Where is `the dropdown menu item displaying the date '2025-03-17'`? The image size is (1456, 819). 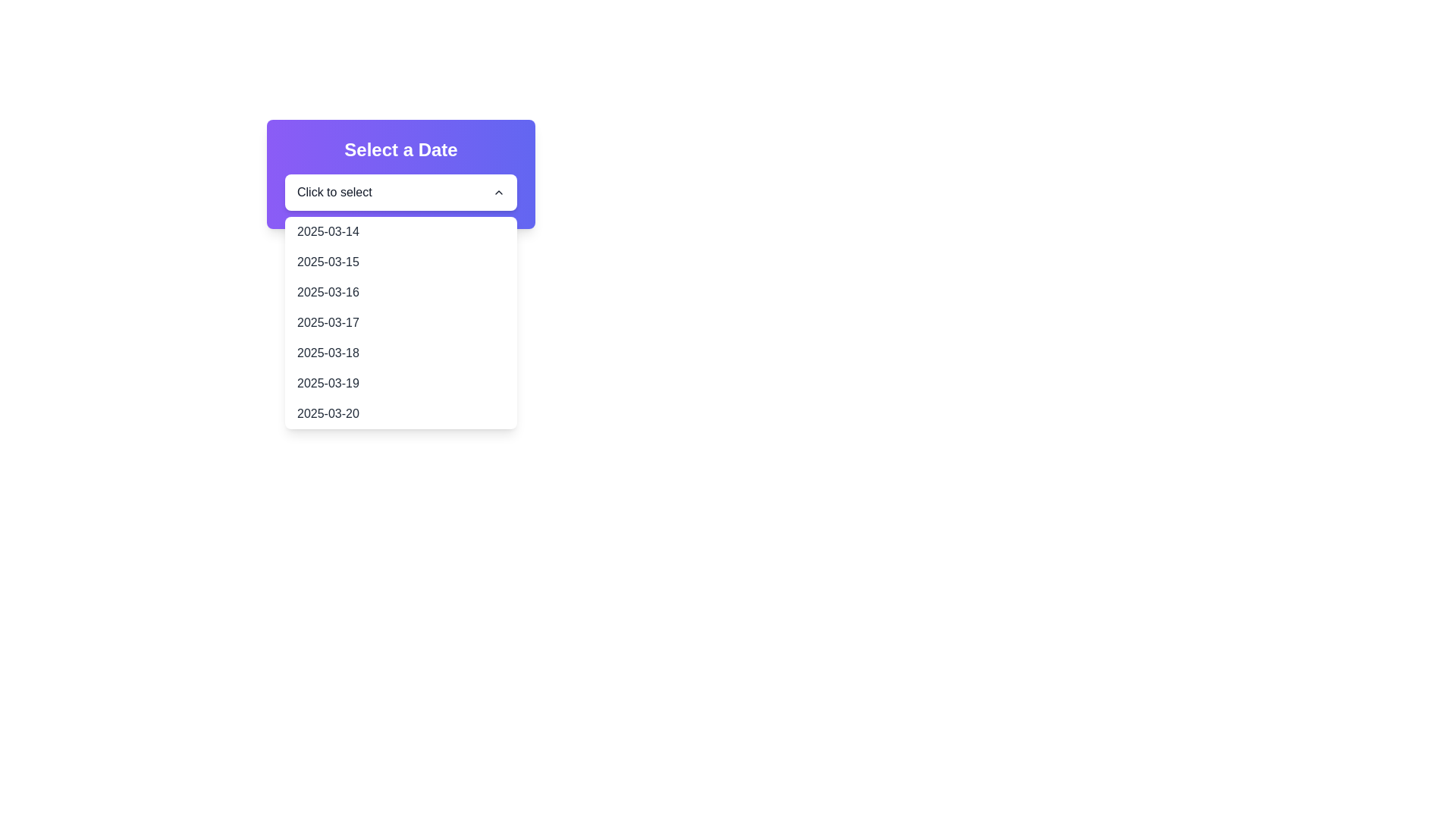 the dropdown menu item displaying the date '2025-03-17' is located at coordinates (400, 322).